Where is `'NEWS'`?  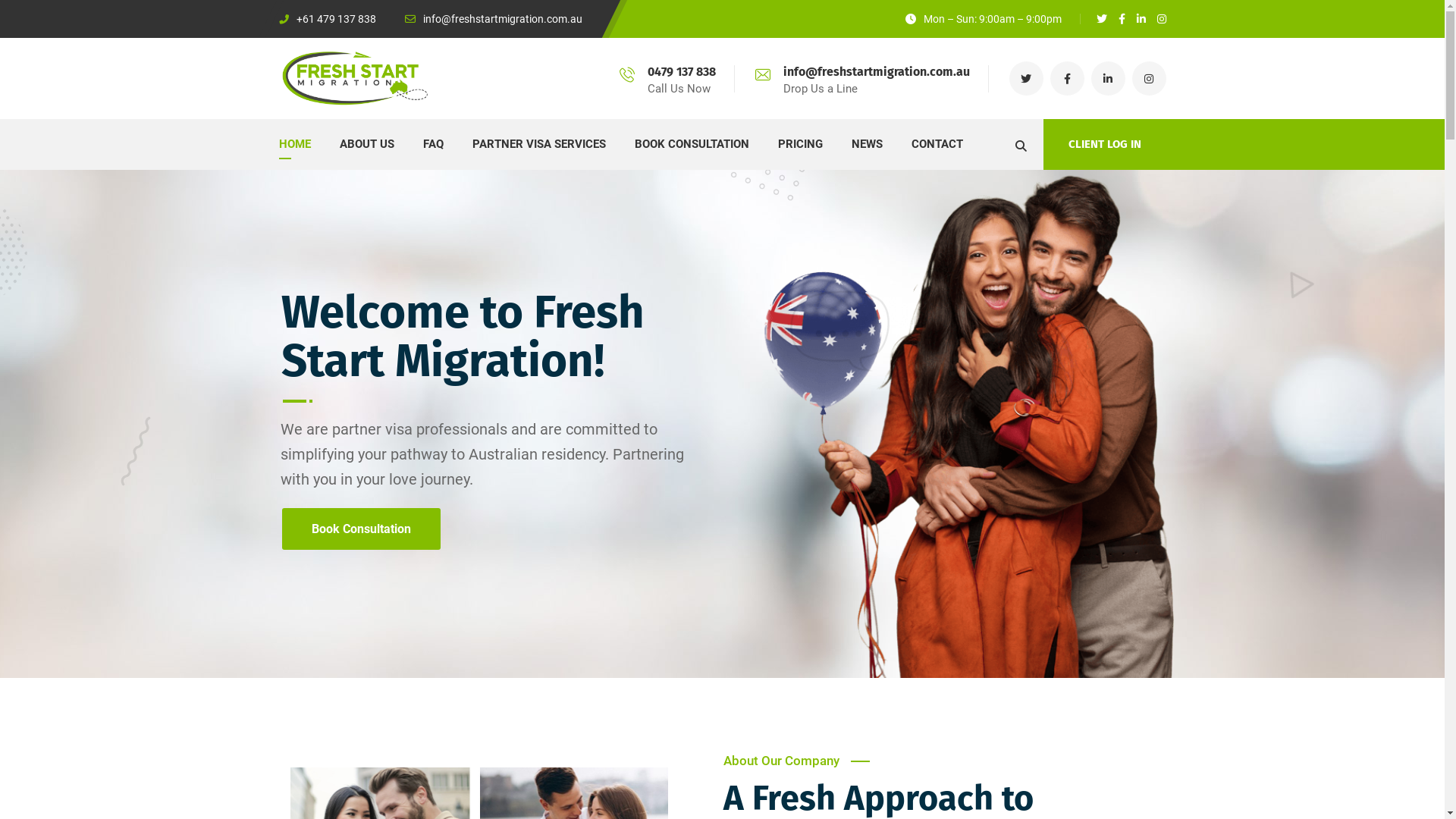
'NEWS' is located at coordinates (866, 144).